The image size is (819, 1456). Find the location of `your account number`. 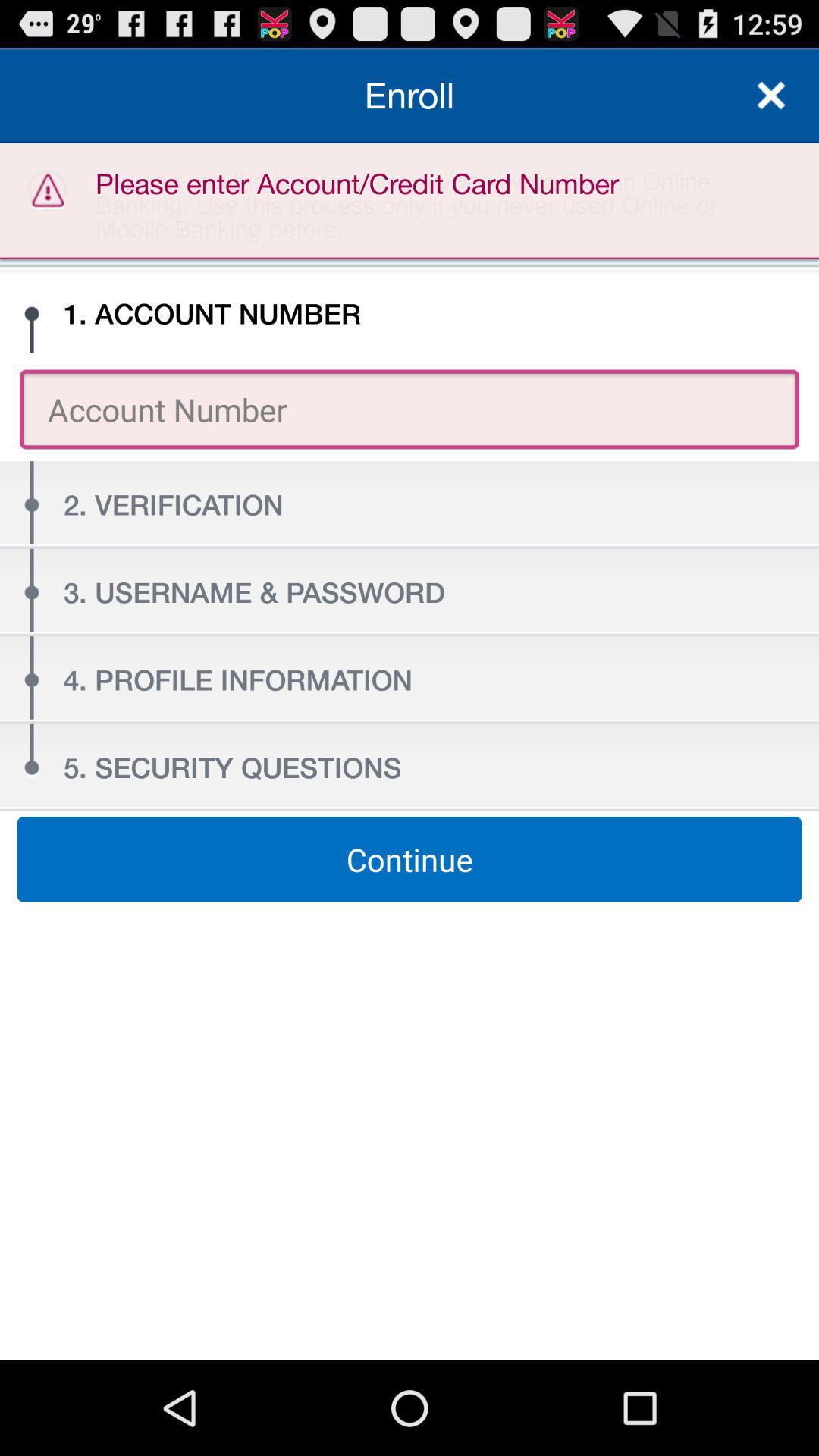

your account number is located at coordinates (409, 409).